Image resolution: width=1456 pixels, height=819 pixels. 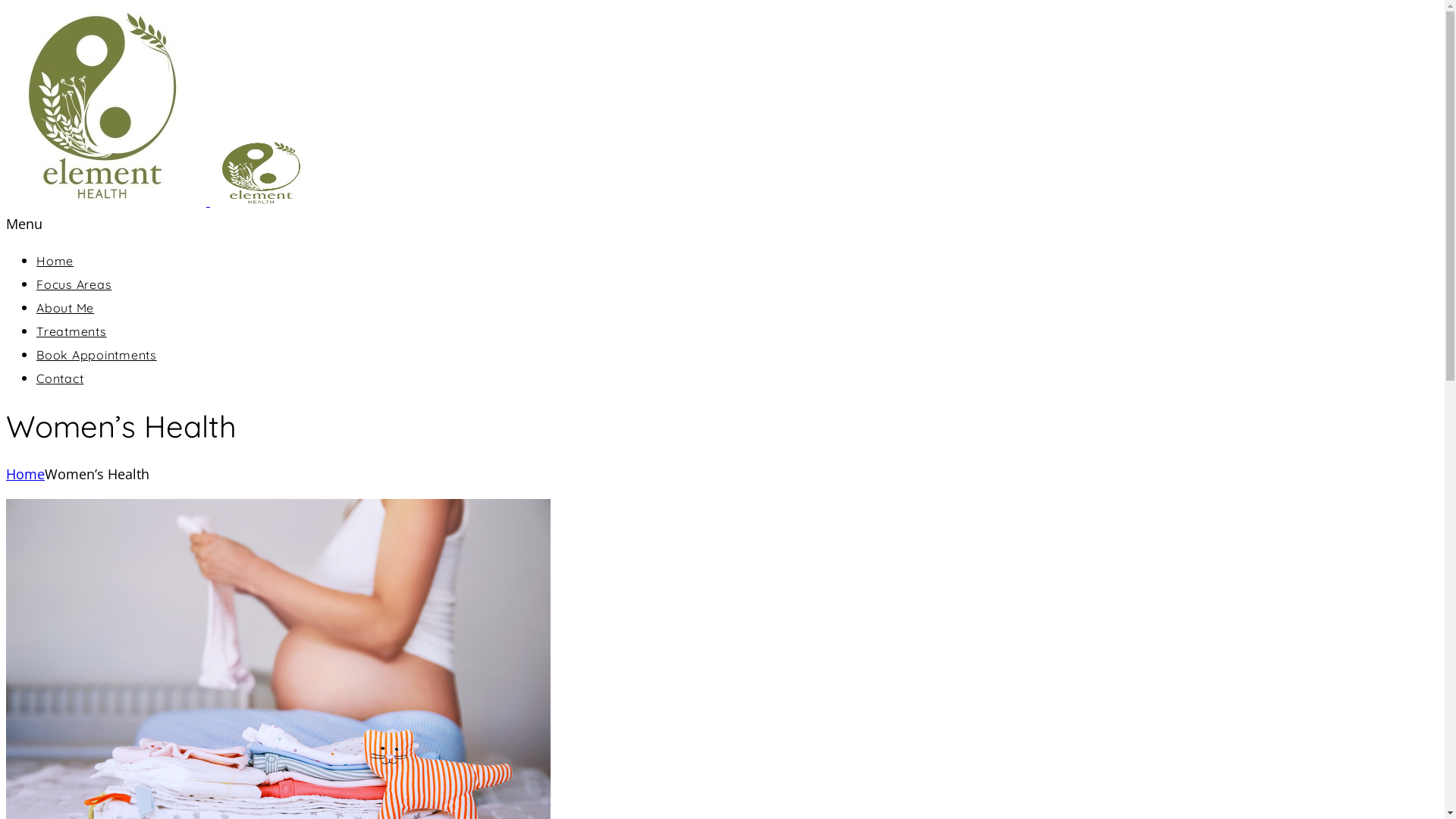 I want to click on 'Home', so click(x=55, y=259).